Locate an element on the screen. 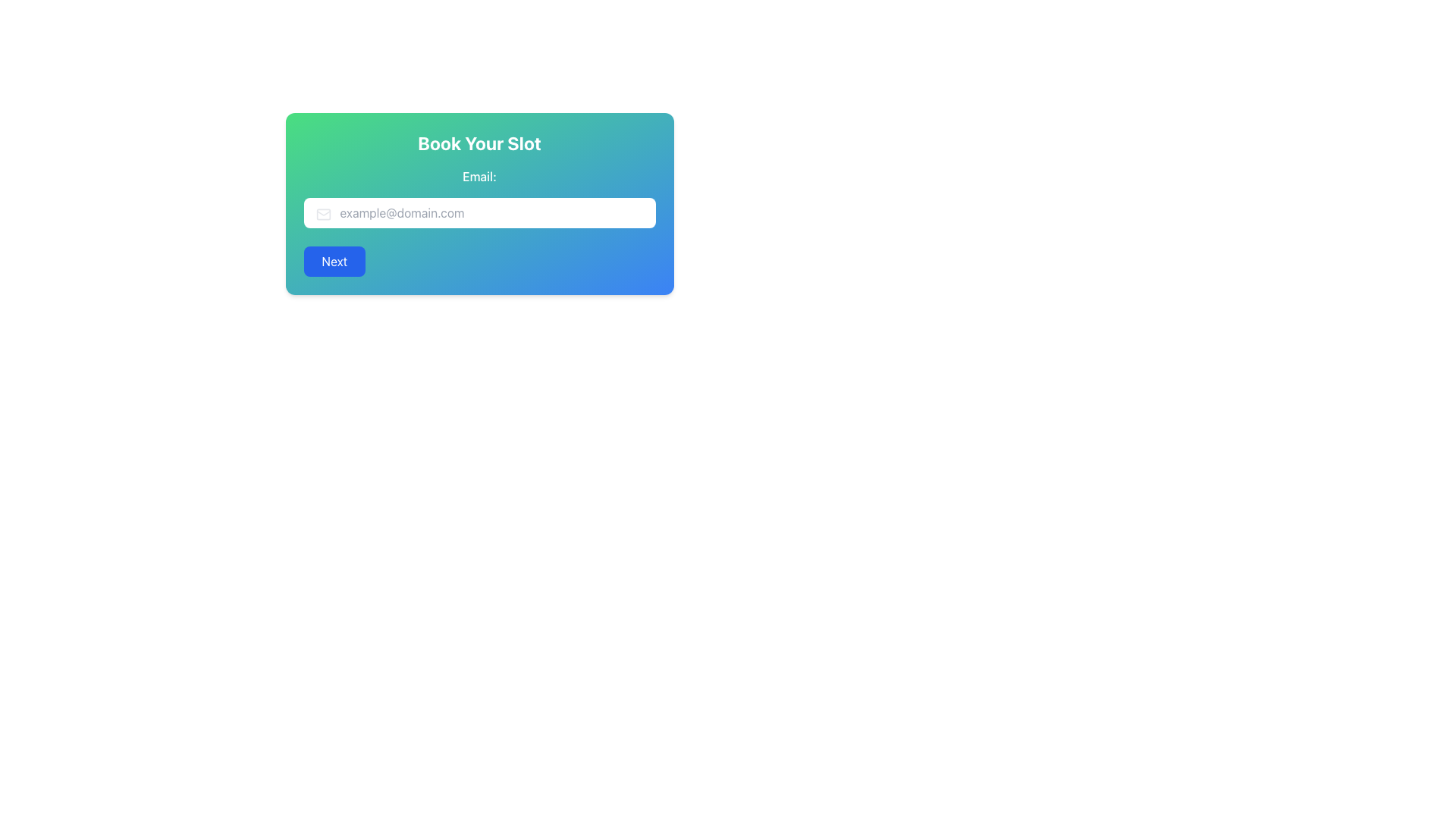 The image size is (1456, 819). the Static Text element that serves as the title or main instruction for the section, located at the top-center of the interface just above the email input field and 'Next' button is located at coordinates (479, 143).